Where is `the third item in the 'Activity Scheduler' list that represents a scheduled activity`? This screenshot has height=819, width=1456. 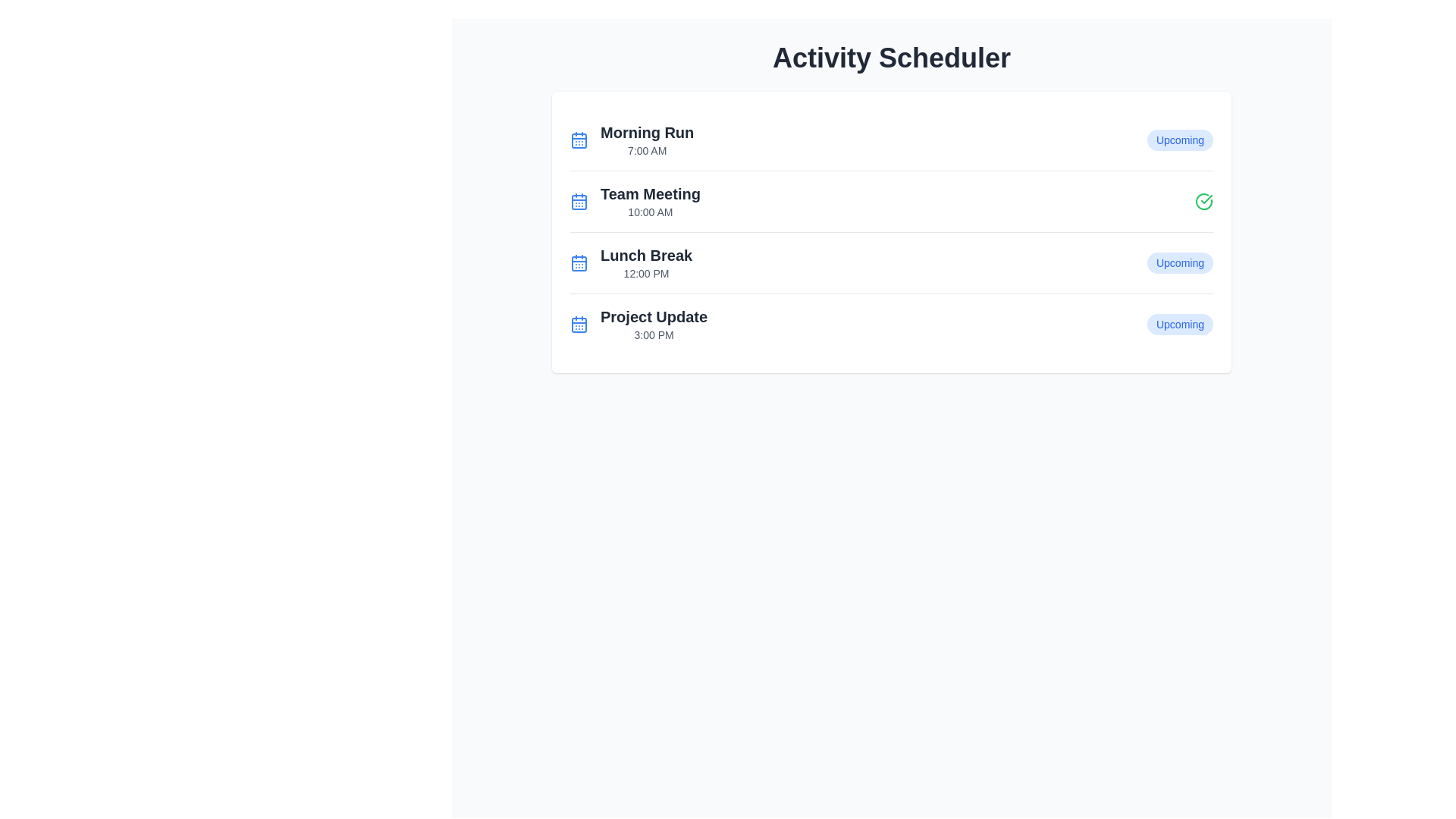 the third item in the 'Activity Scheduler' list that represents a scheduled activity is located at coordinates (892, 262).